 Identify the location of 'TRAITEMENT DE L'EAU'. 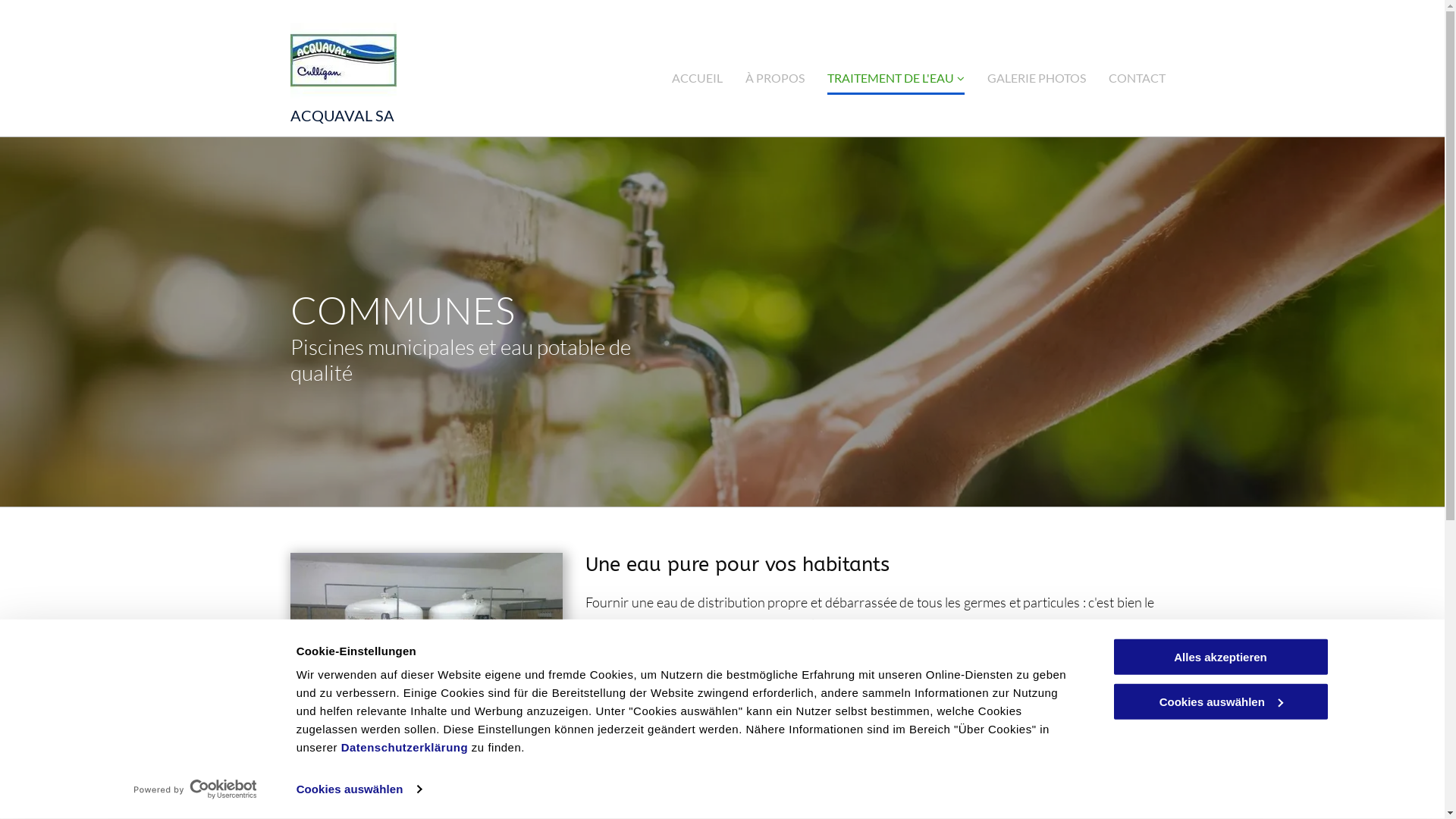
(896, 77).